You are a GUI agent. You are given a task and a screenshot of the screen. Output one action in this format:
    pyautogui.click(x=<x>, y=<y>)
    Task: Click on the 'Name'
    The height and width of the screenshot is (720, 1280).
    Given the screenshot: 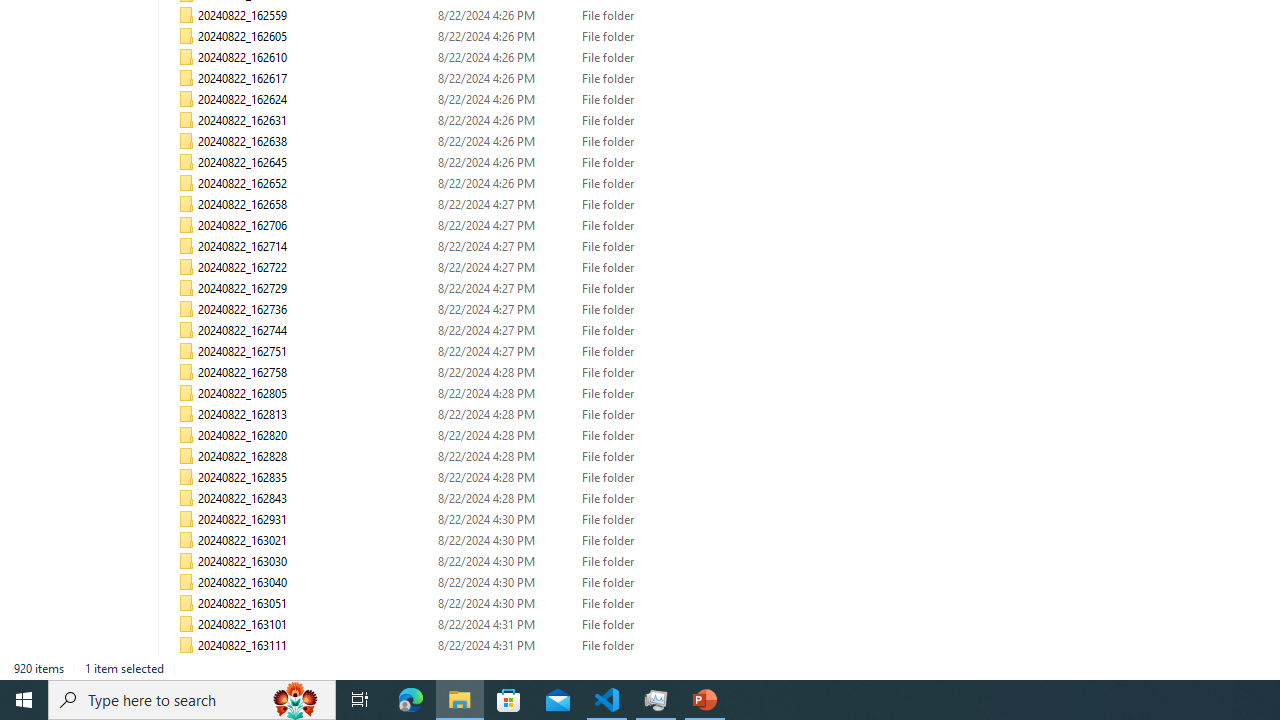 What is the action you would take?
    pyautogui.click(x=313, y=667)
    